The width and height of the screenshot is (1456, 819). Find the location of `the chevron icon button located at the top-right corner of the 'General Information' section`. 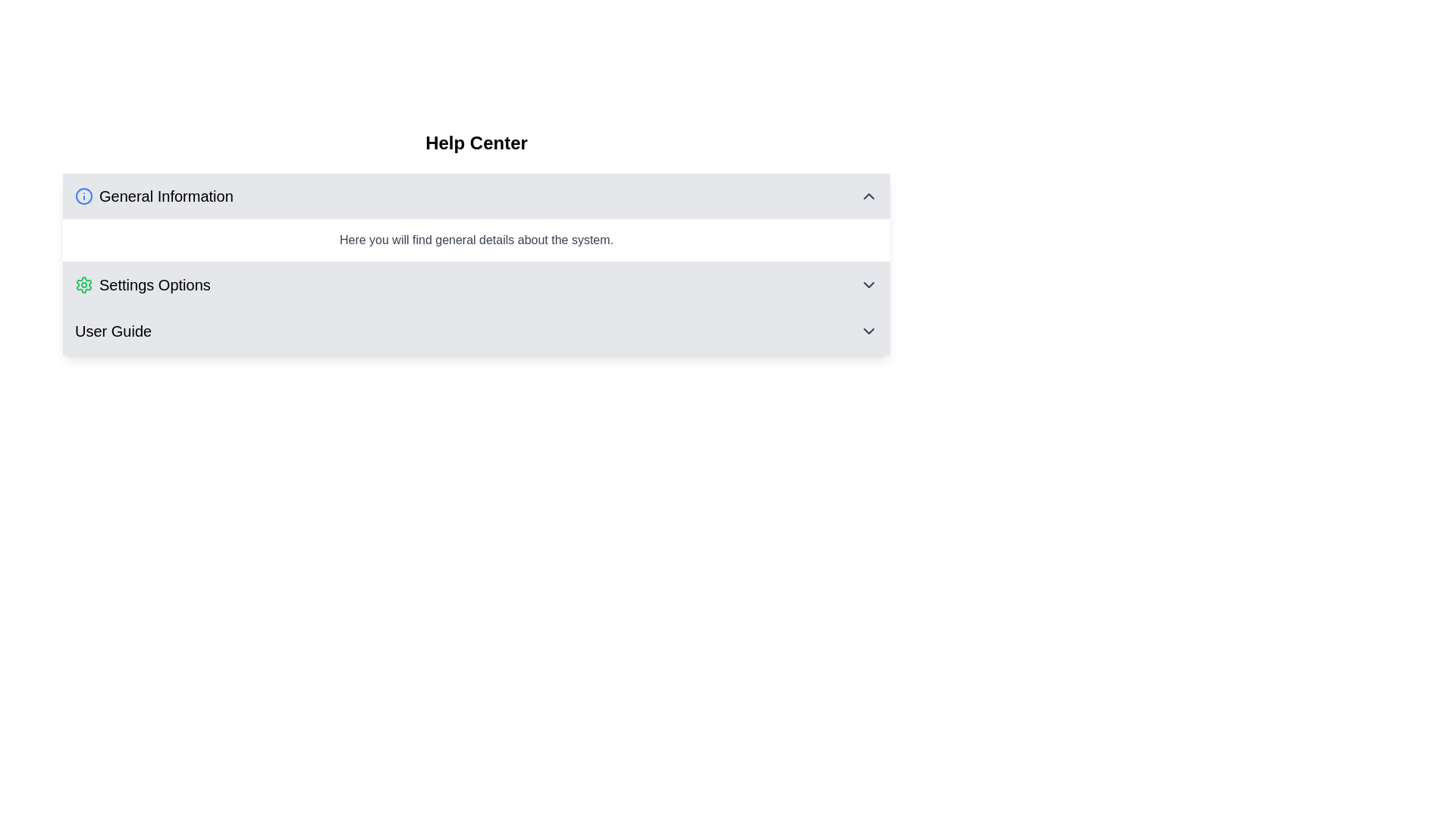

the chevron icon button located at the top-right corner of the 'General Information' section is located at coordinates (869, 195).